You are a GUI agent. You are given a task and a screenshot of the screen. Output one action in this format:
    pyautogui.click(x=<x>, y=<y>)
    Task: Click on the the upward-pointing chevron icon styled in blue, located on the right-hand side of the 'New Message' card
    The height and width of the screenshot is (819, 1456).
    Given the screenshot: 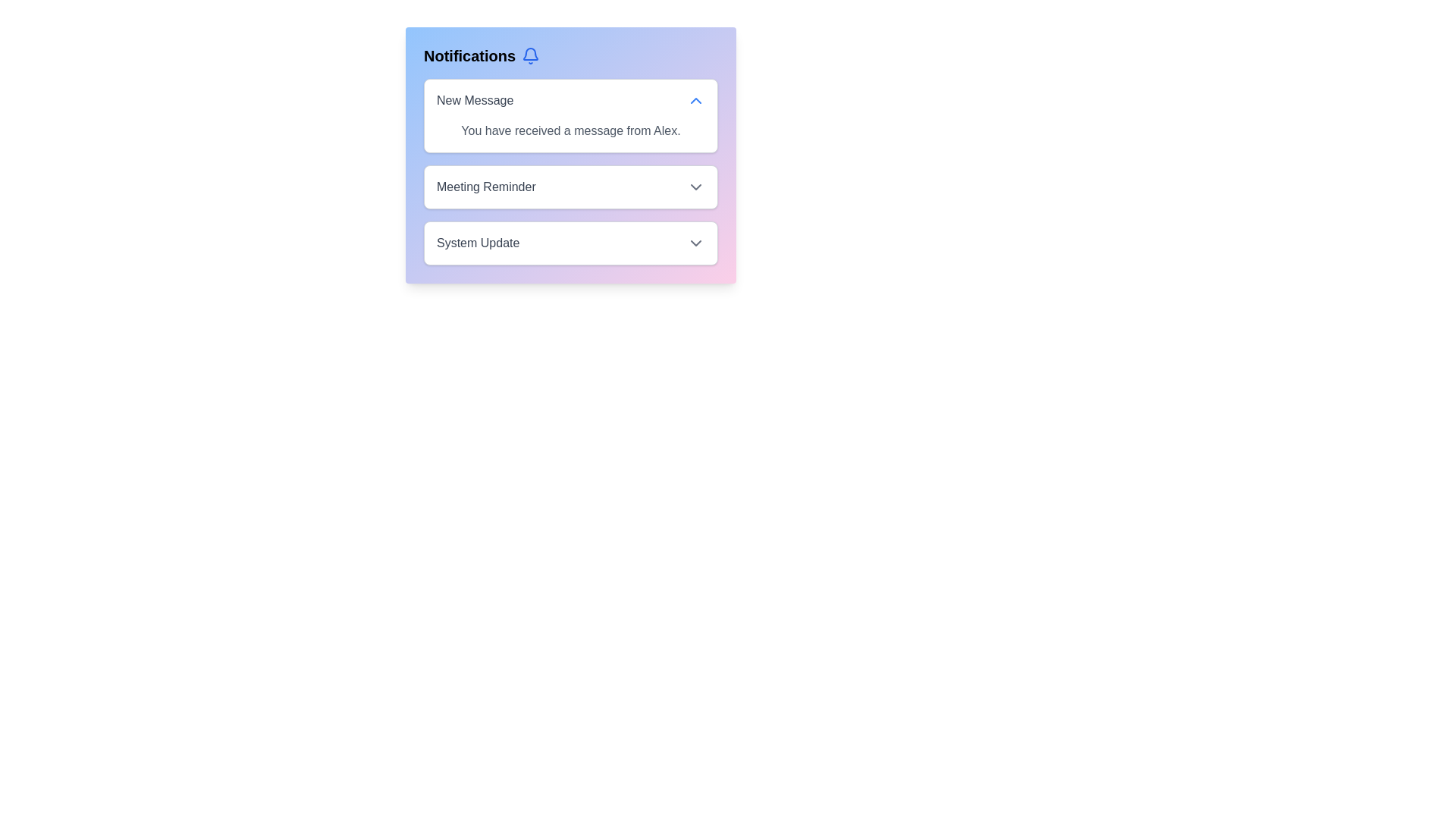 What is the action you would take?
    pyautogui.click(x=695, y=100)
    